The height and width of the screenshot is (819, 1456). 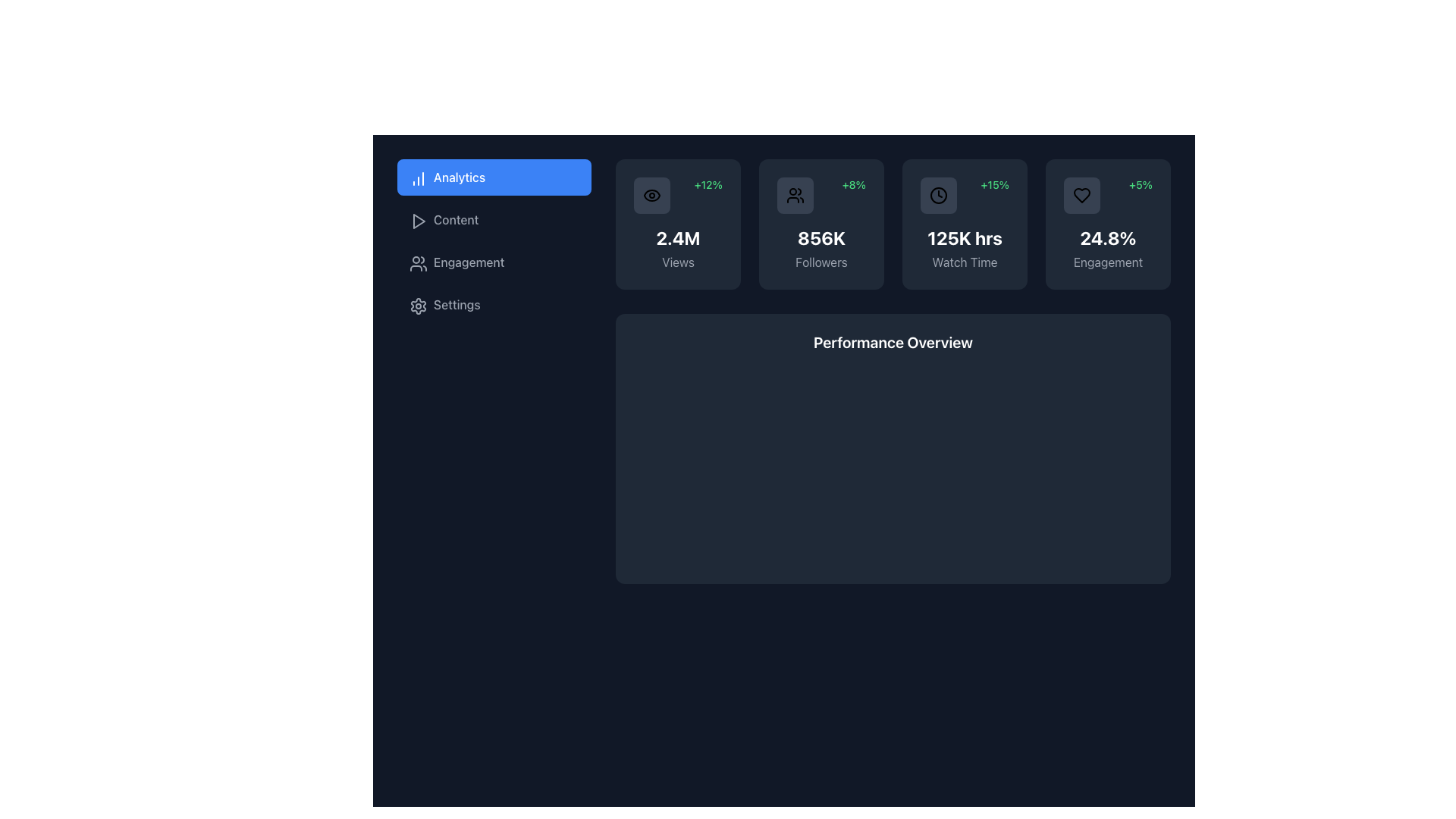 What do you see at coordinates (419, 177) in the screenshot?
I see `the bar chart icon located in the navigation panel next to the 'Analytics' label` at bounding box center [419, 177].